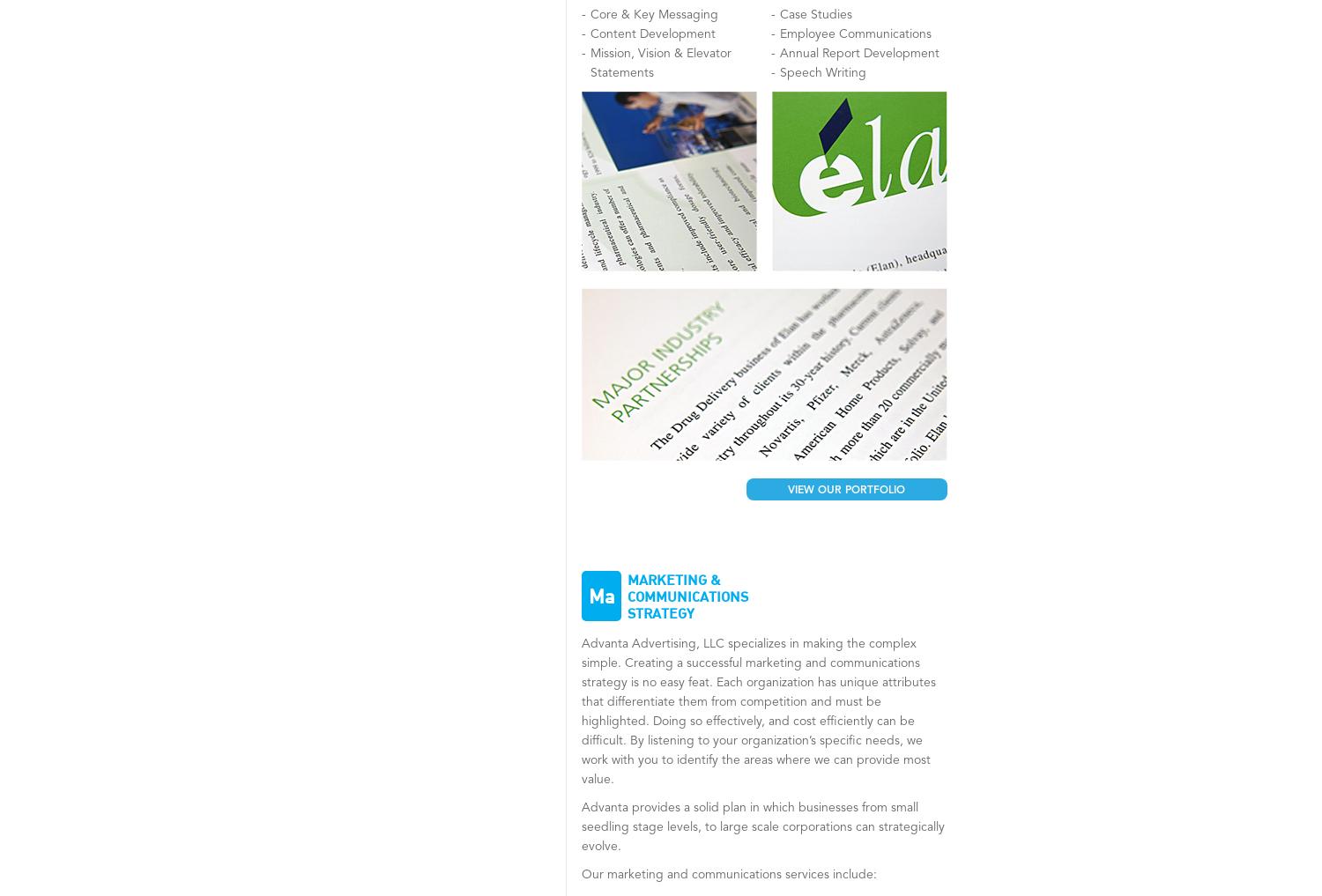  Describe the element at coordinates (858, 54) in the screenshot. I see `'Annual Report Development'` at that location.